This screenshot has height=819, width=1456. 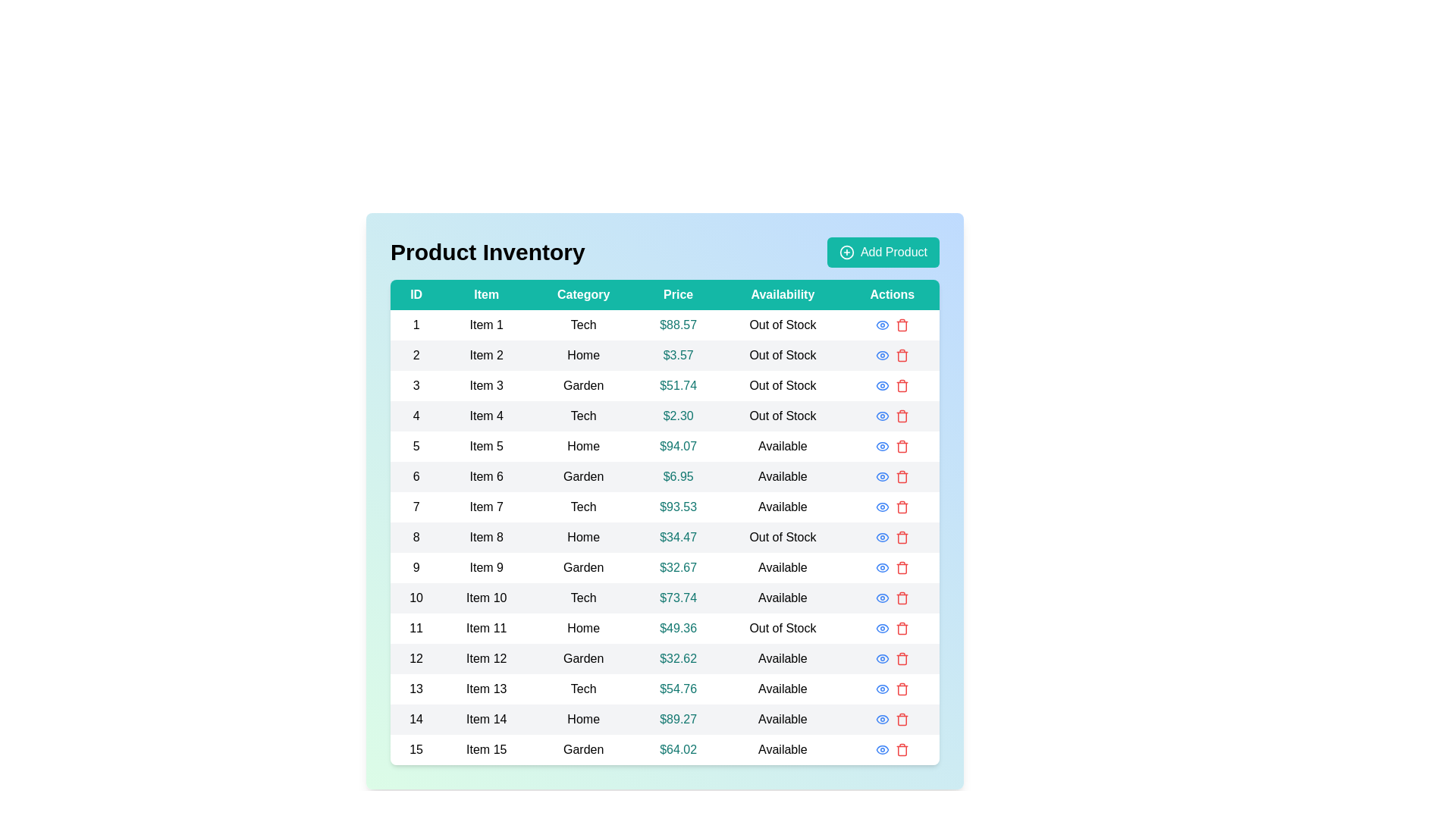 What do you see at coordinates (677, 295) in the screenshot?
I see `the Price header to sort the table by that column` at bounding box center [677, 295].